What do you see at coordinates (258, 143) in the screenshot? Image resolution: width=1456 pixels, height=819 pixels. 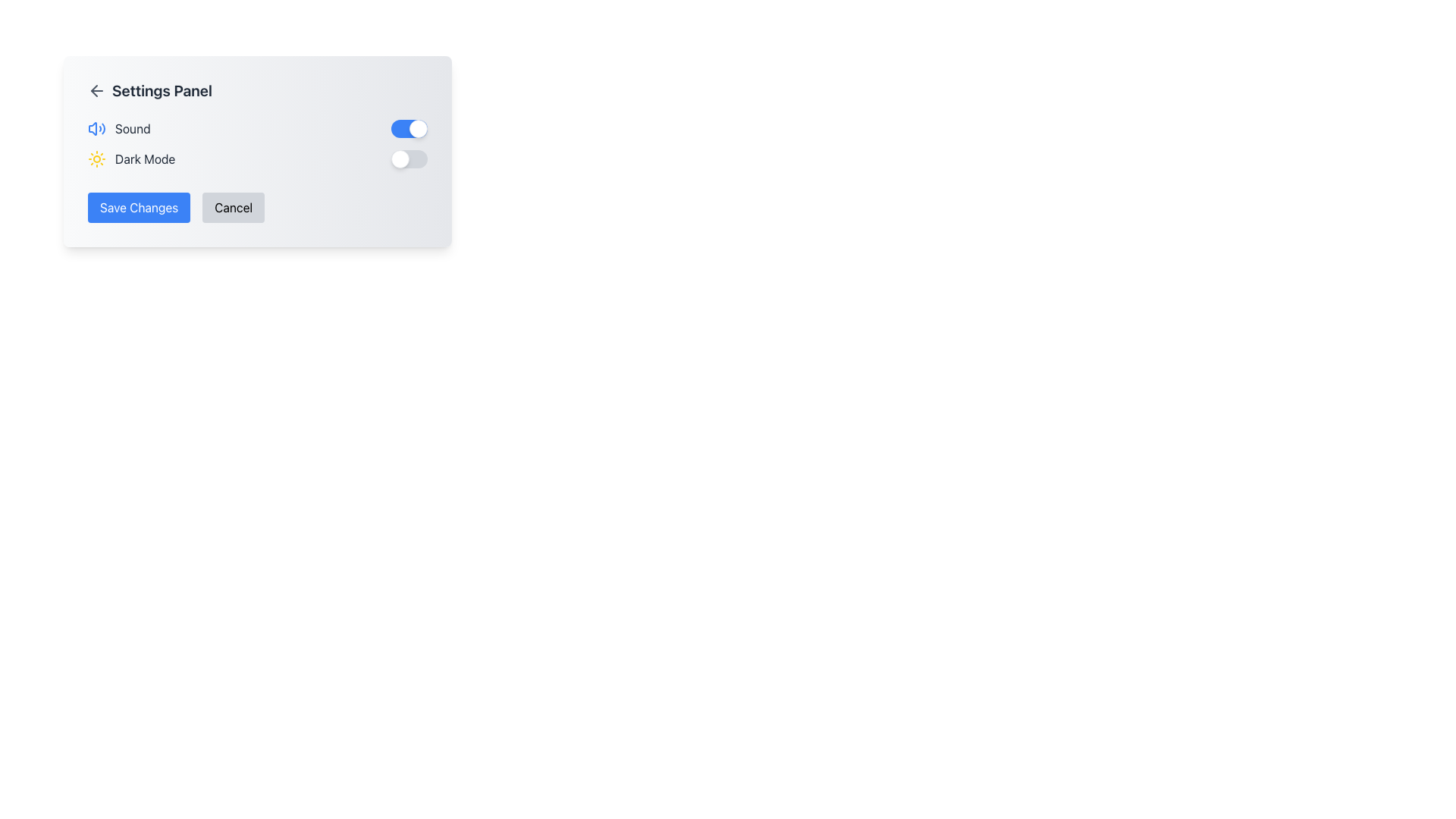 I see `the Settings Section` at bounding box center [258, 143].